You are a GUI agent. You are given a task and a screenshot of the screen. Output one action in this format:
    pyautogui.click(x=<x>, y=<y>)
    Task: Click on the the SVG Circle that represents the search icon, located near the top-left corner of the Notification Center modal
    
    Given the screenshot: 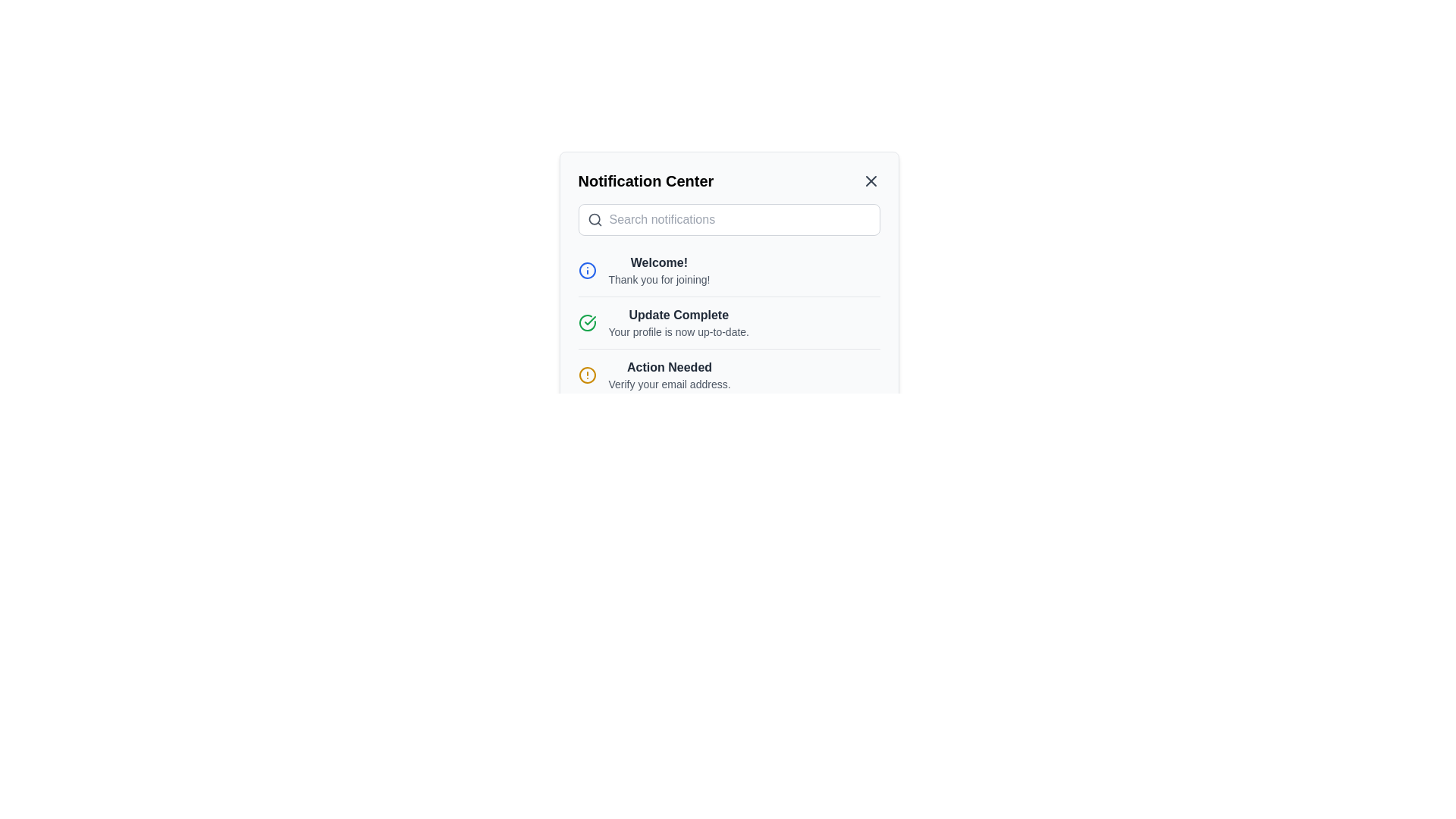 What is the action you would take?
    pyautogui.click(x=593, y=219)
    